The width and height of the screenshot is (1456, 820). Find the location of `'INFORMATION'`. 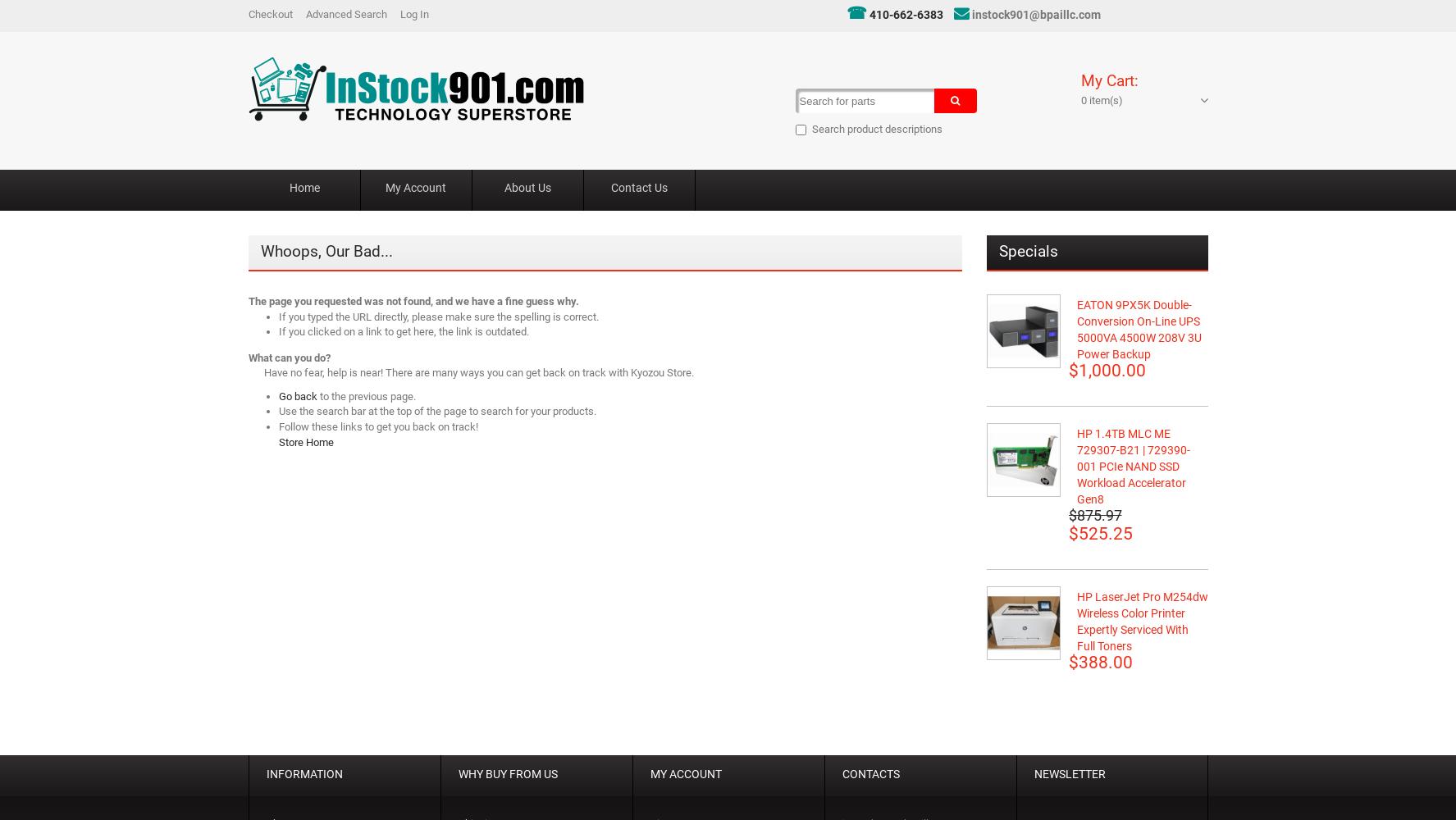

'INFORMATION' is located at coordinates (303, 773).